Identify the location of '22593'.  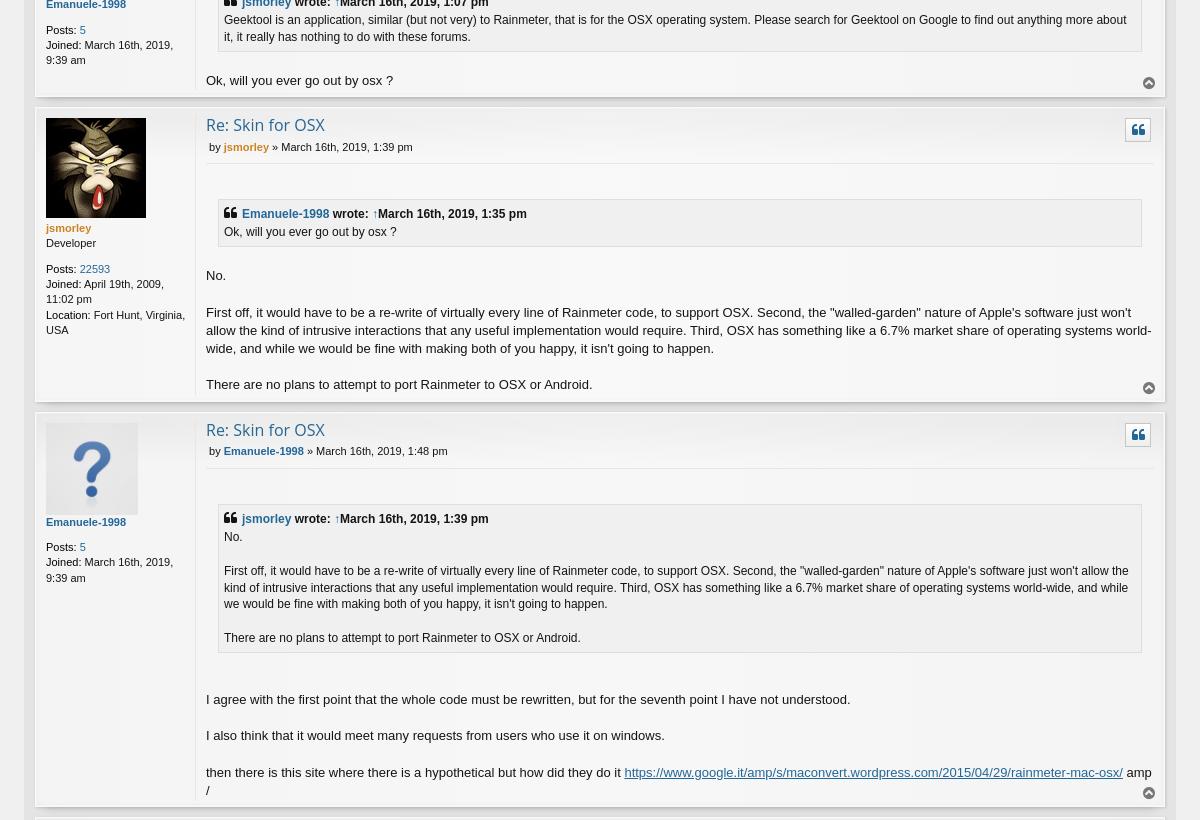
(94, 267).